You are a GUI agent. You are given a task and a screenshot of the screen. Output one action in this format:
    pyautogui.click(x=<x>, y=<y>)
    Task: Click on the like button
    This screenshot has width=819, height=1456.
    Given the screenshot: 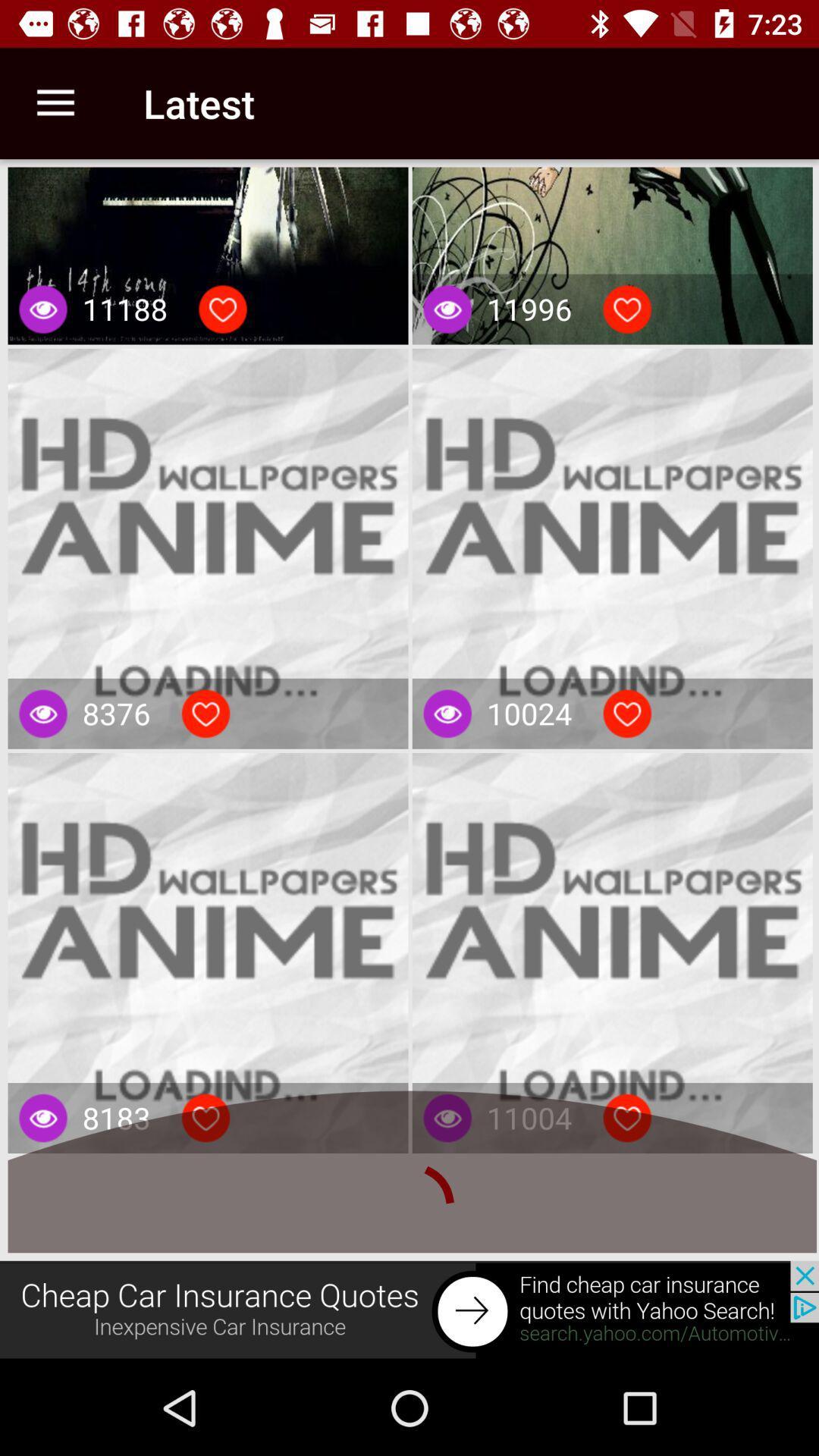 What is the action you would take?
    pyautogui.click(x=206, y=713)
    